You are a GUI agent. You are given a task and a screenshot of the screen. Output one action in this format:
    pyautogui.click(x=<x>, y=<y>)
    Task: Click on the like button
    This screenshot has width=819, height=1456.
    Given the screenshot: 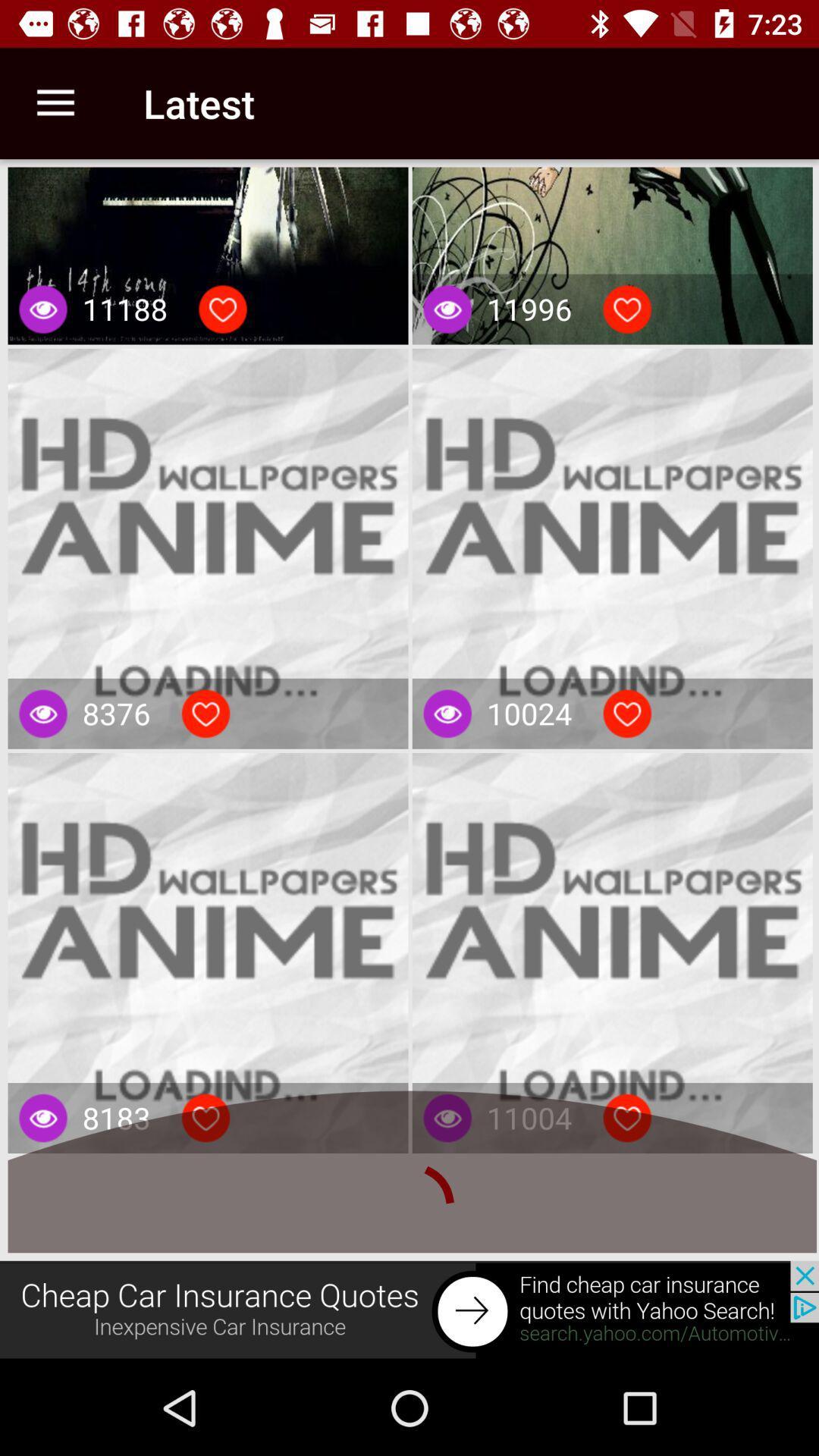 What is the action you would take?
    pyautogui.click(x=206, y=713)
    